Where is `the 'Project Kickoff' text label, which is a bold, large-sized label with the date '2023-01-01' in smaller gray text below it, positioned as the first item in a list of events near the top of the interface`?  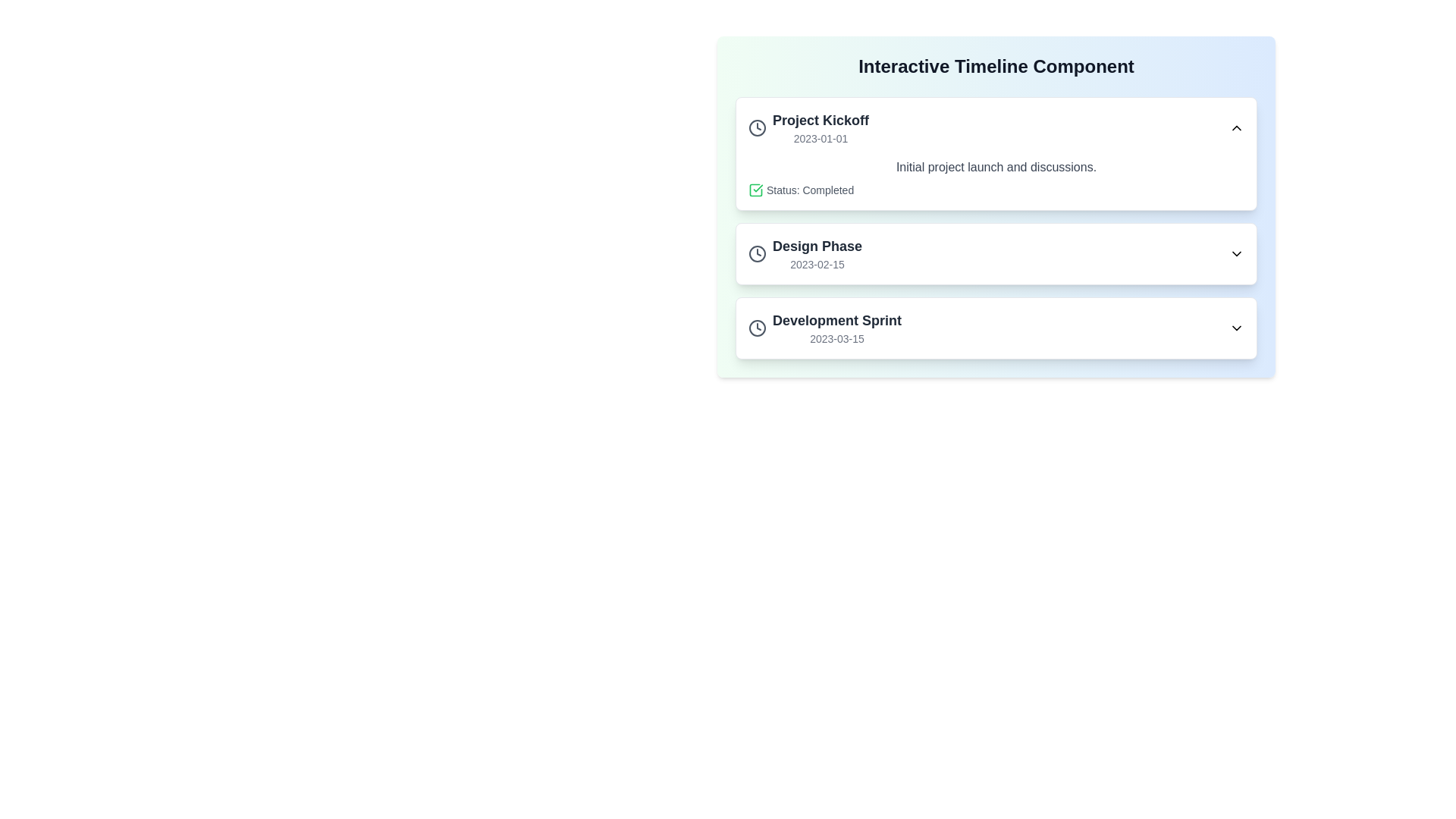
the 'Project Kickoff' text label, which is a bold, large-sized label with the date '2023-01-01' in smaller gray text below it, positioned as the first item in a list of events near the top of the interface is located at coordinates (820, 127).